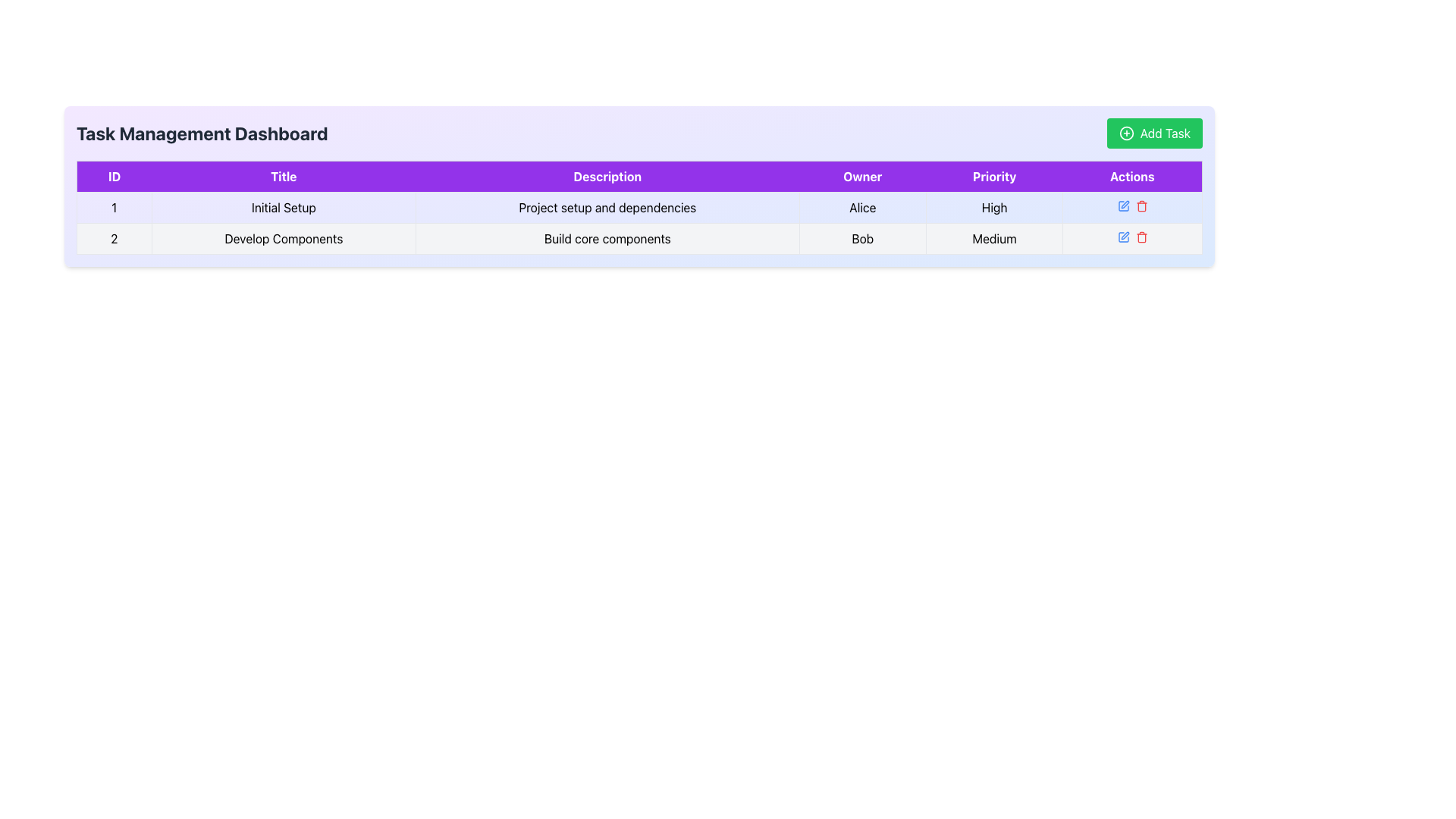 This screenshot has width=1456, height=819. What do you see at coordinates (284, 239) in the screenshot?
I see `on the table cell containing the task title 'Develop Components', which is the second cell in the second row of the table` at bounding box center [284, 239].